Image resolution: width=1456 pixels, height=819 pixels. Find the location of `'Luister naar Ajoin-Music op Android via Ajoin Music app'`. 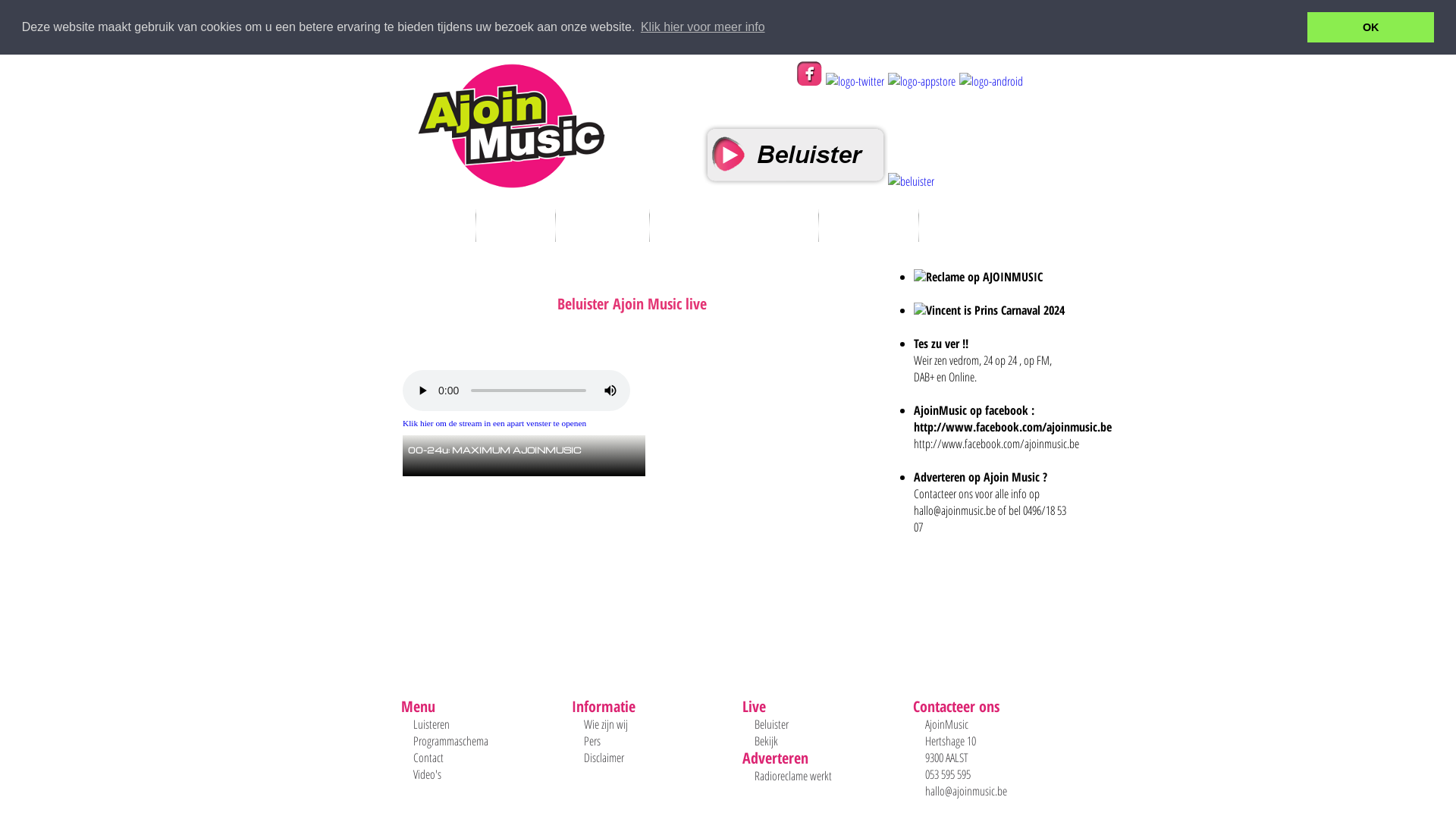

'Luister naar Ajoin-Music op Android via Ajoin Music app' is located at coordinates (989, 81).